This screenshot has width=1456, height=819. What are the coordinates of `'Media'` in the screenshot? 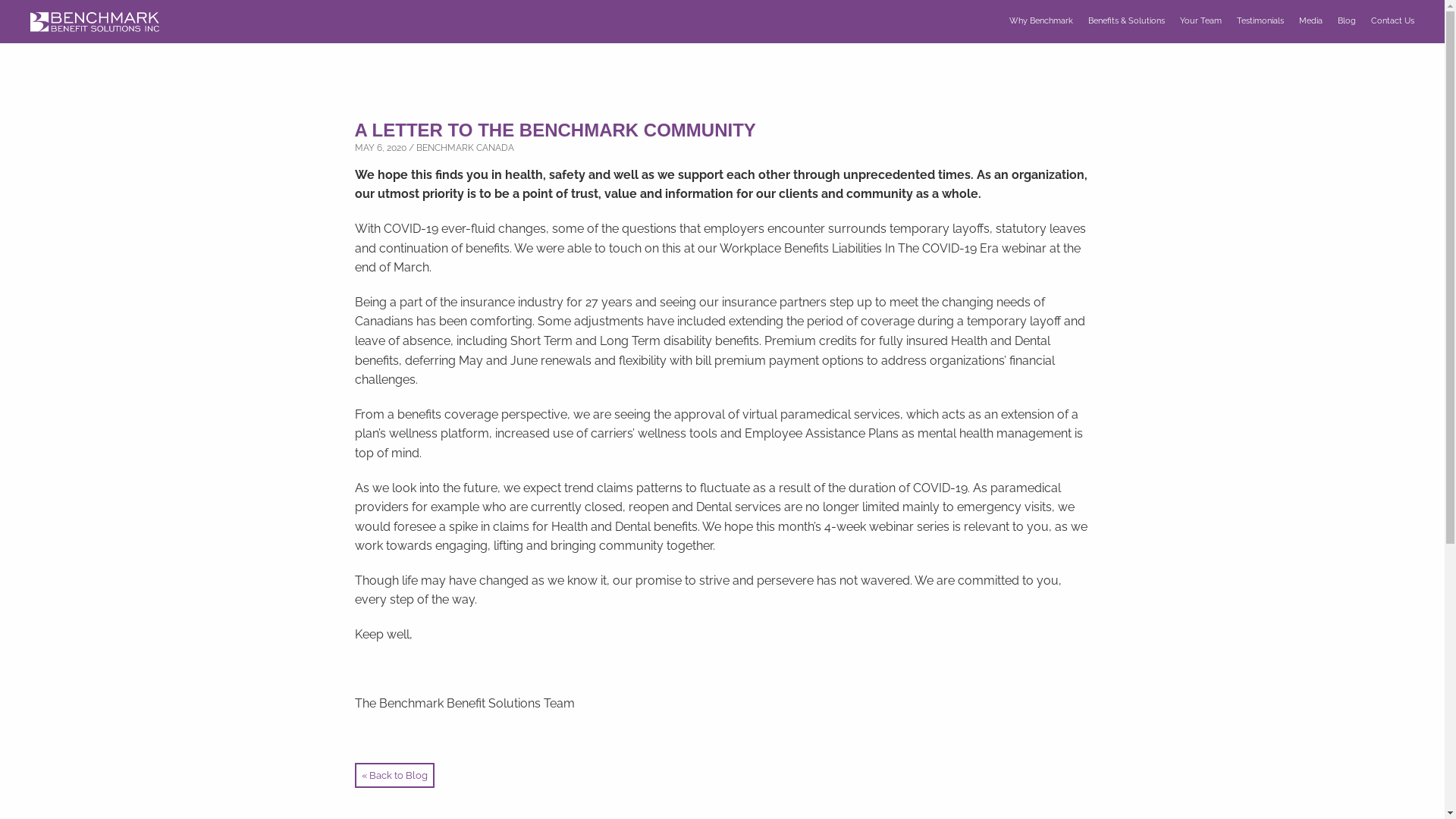 It's located at (1310, 20).